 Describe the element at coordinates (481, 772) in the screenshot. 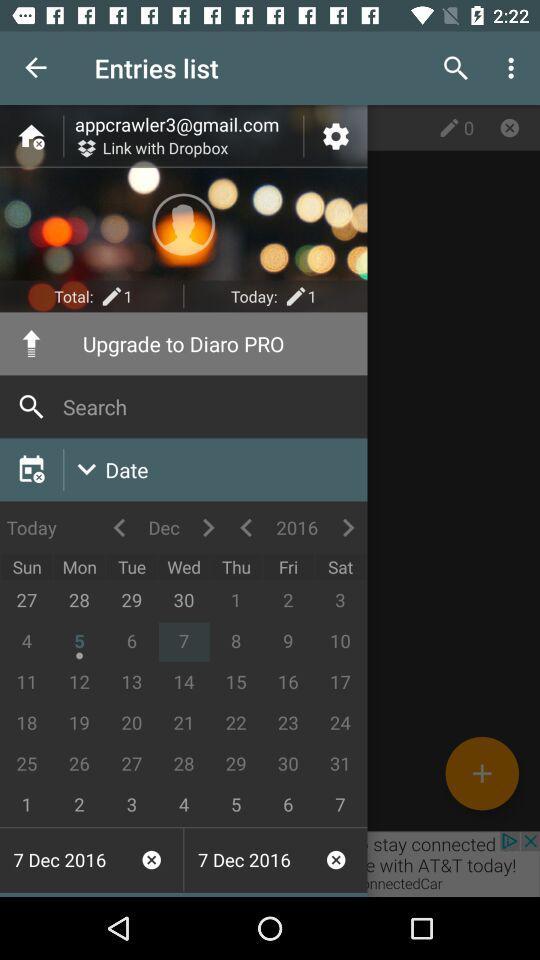

I see `the add icon` at that location.